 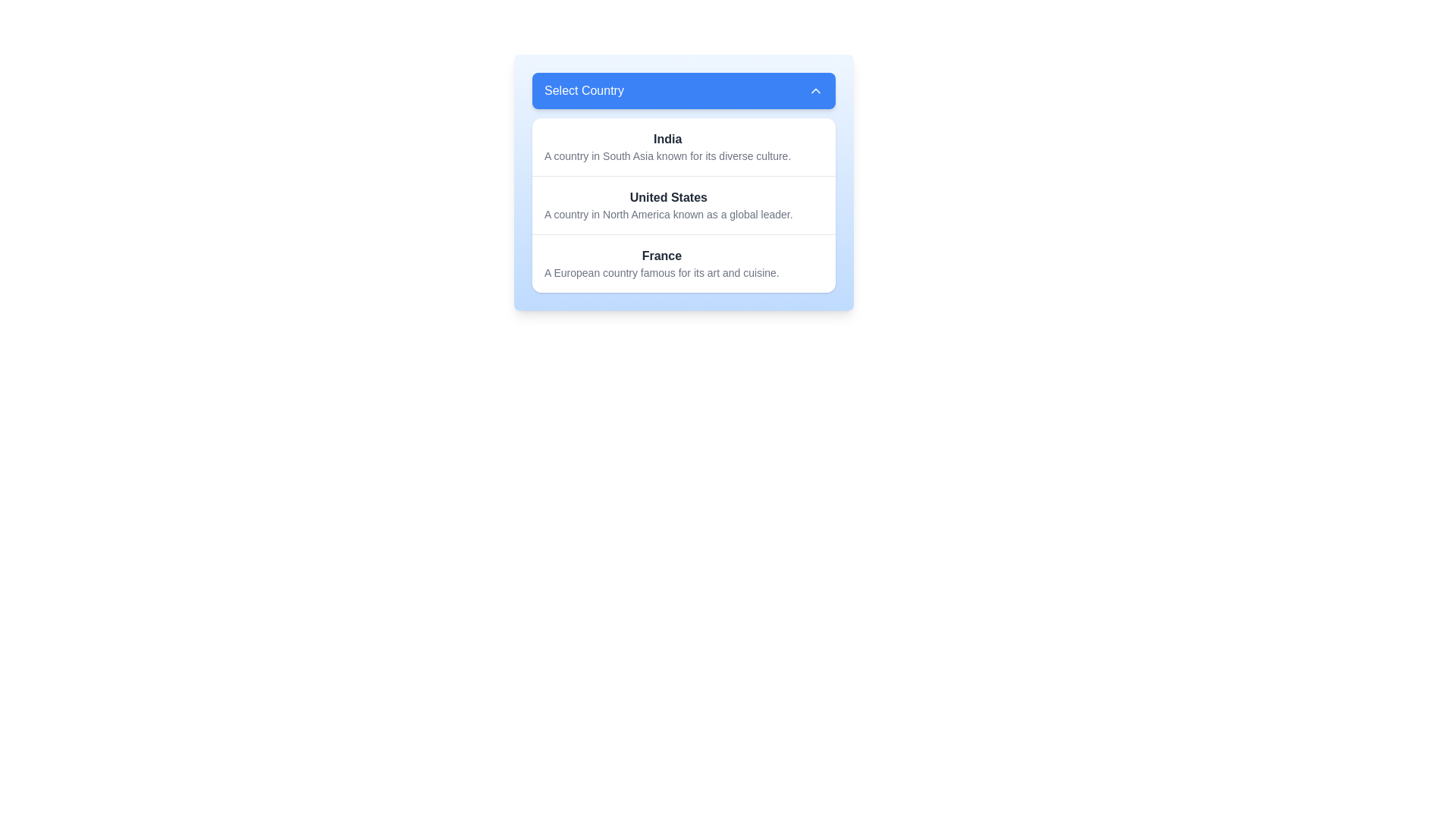 I want to click on descriptive text label located directly below the 'United States' option in the 'Select Country' dropdown menu, so click(x=667, y=214).